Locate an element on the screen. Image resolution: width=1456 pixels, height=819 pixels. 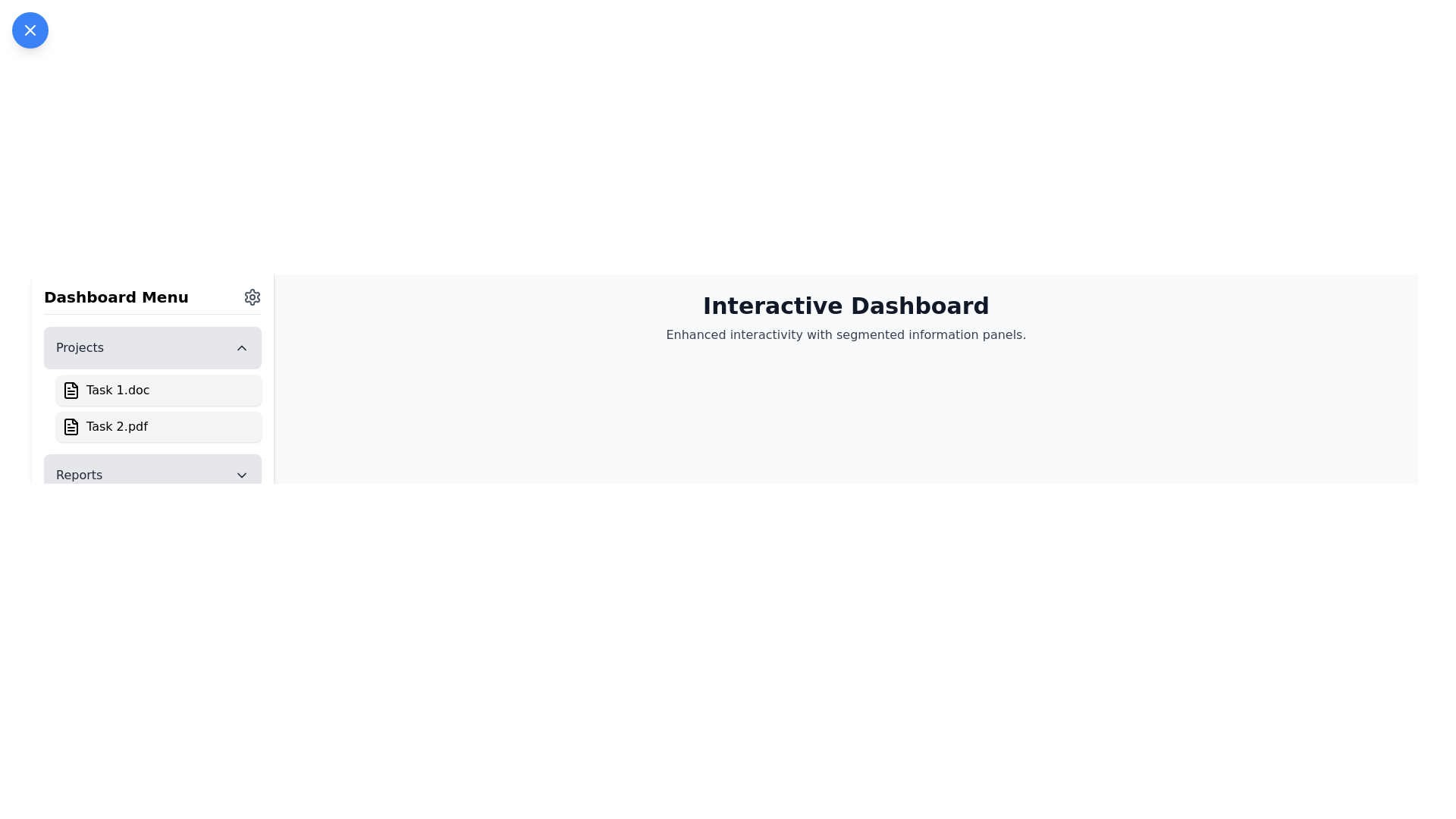
the file icon representing 'Task 1.doc', which is a small, minimalist outline design icon located to the left of the text label is located at coordinates (71, 390).